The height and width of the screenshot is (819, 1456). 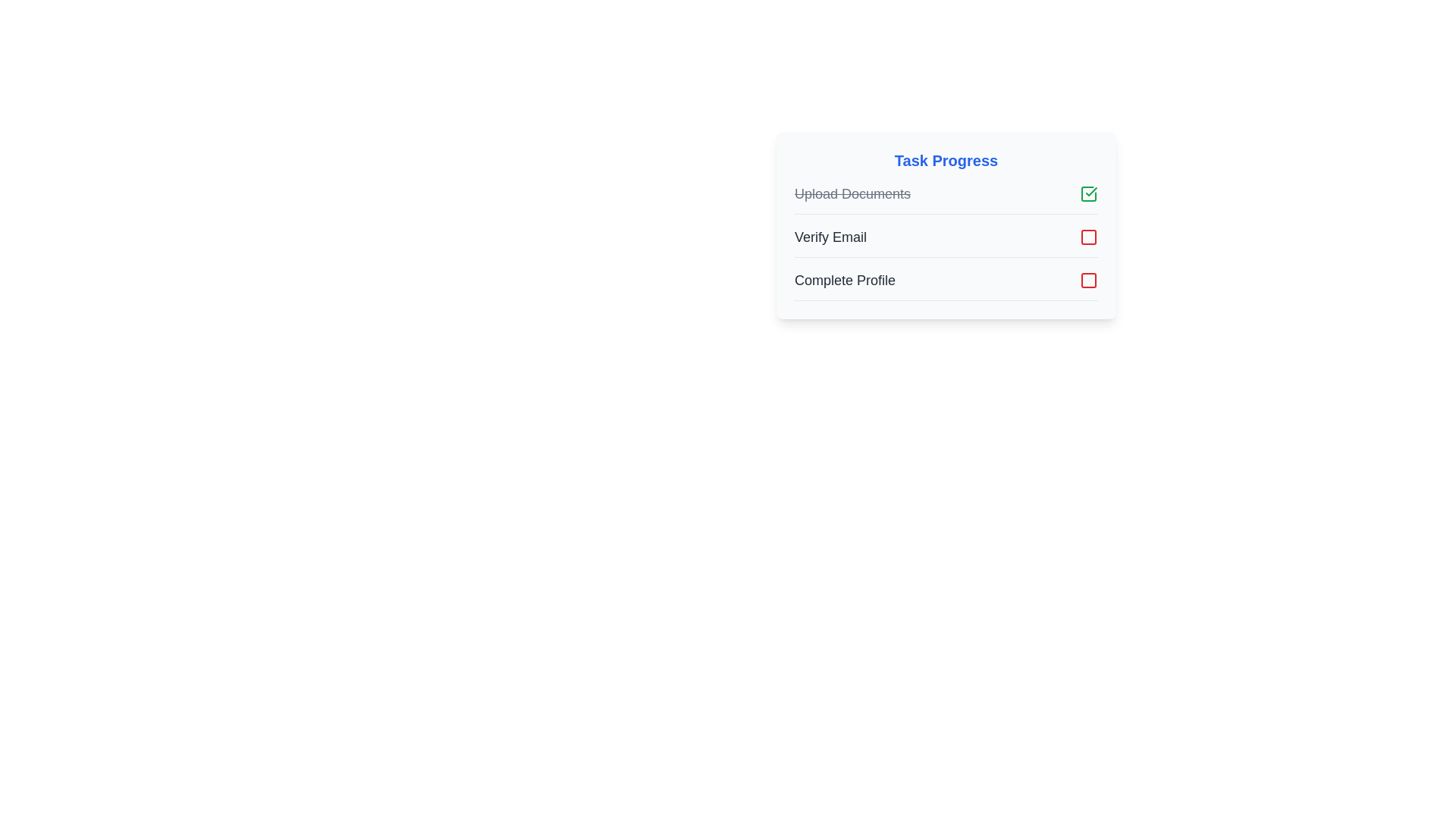 I want to click on the completion indicator icon located in the top-right corner of the 'Upload Documents' task row, so click(x=1087, y=193).